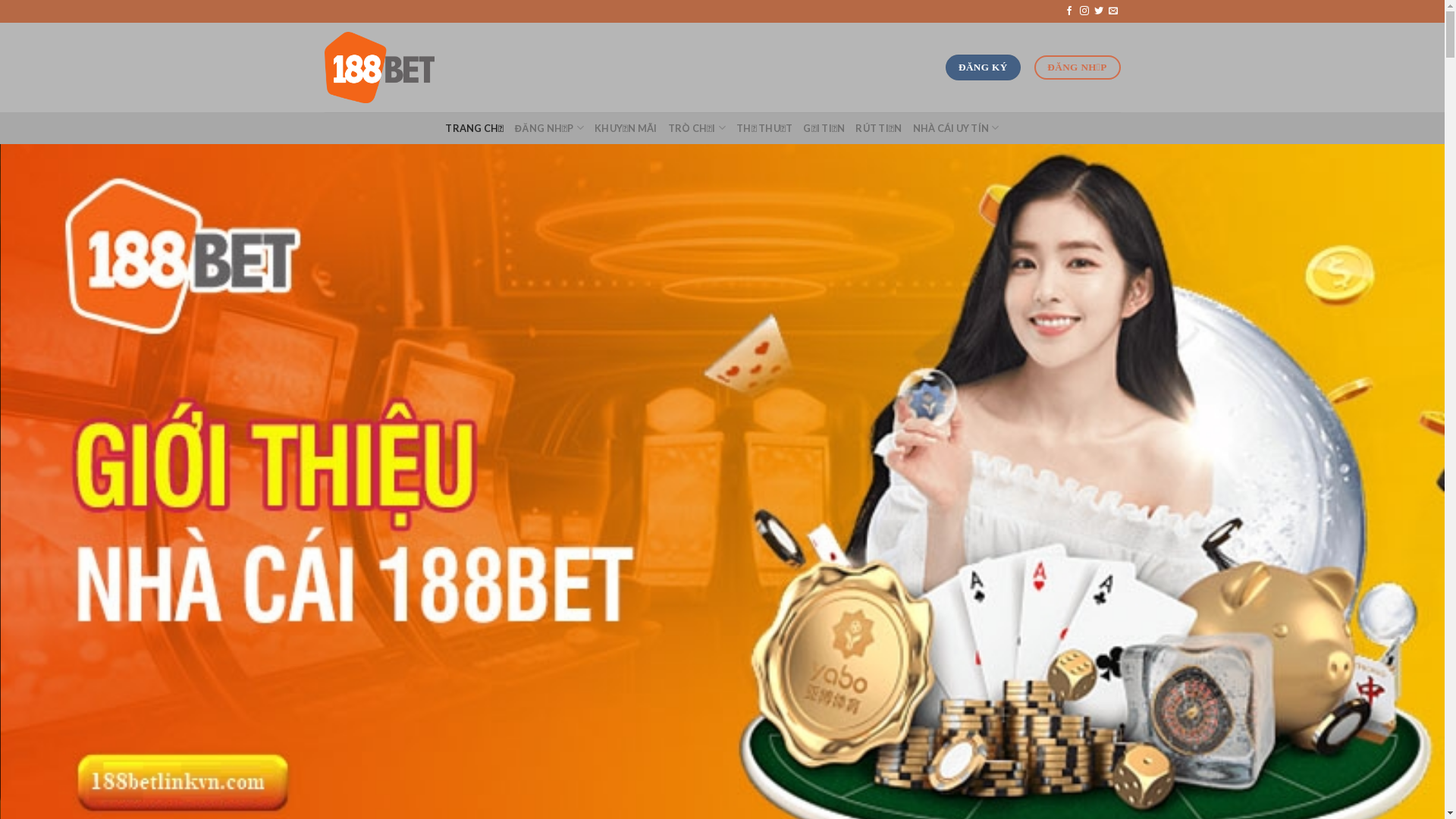 This screenshot has height=819, width=1456. I want to click on 'Send us an email', so click(1113, 11).